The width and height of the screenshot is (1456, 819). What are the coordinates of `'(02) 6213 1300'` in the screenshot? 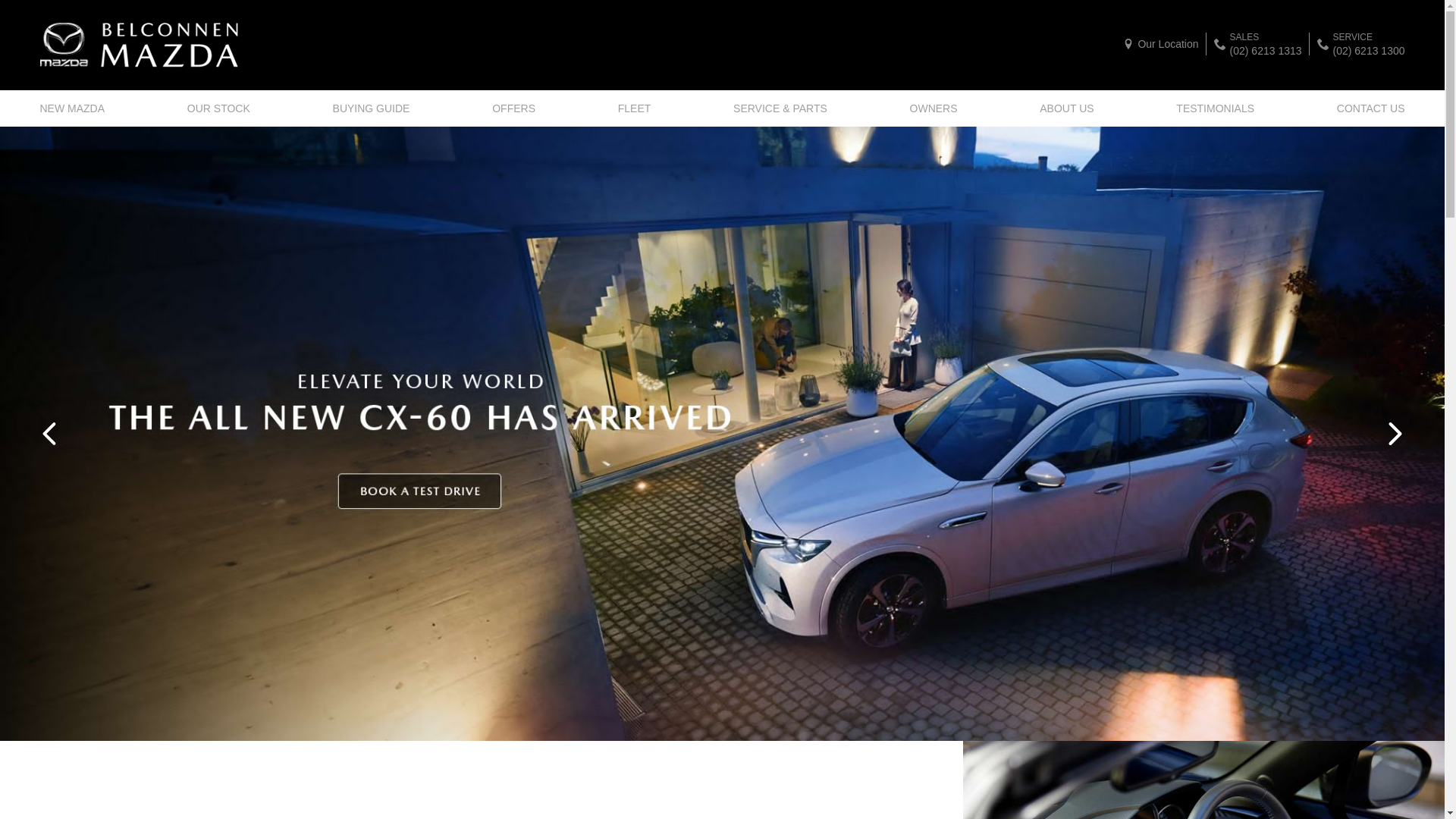 It's located at (1369, 49).